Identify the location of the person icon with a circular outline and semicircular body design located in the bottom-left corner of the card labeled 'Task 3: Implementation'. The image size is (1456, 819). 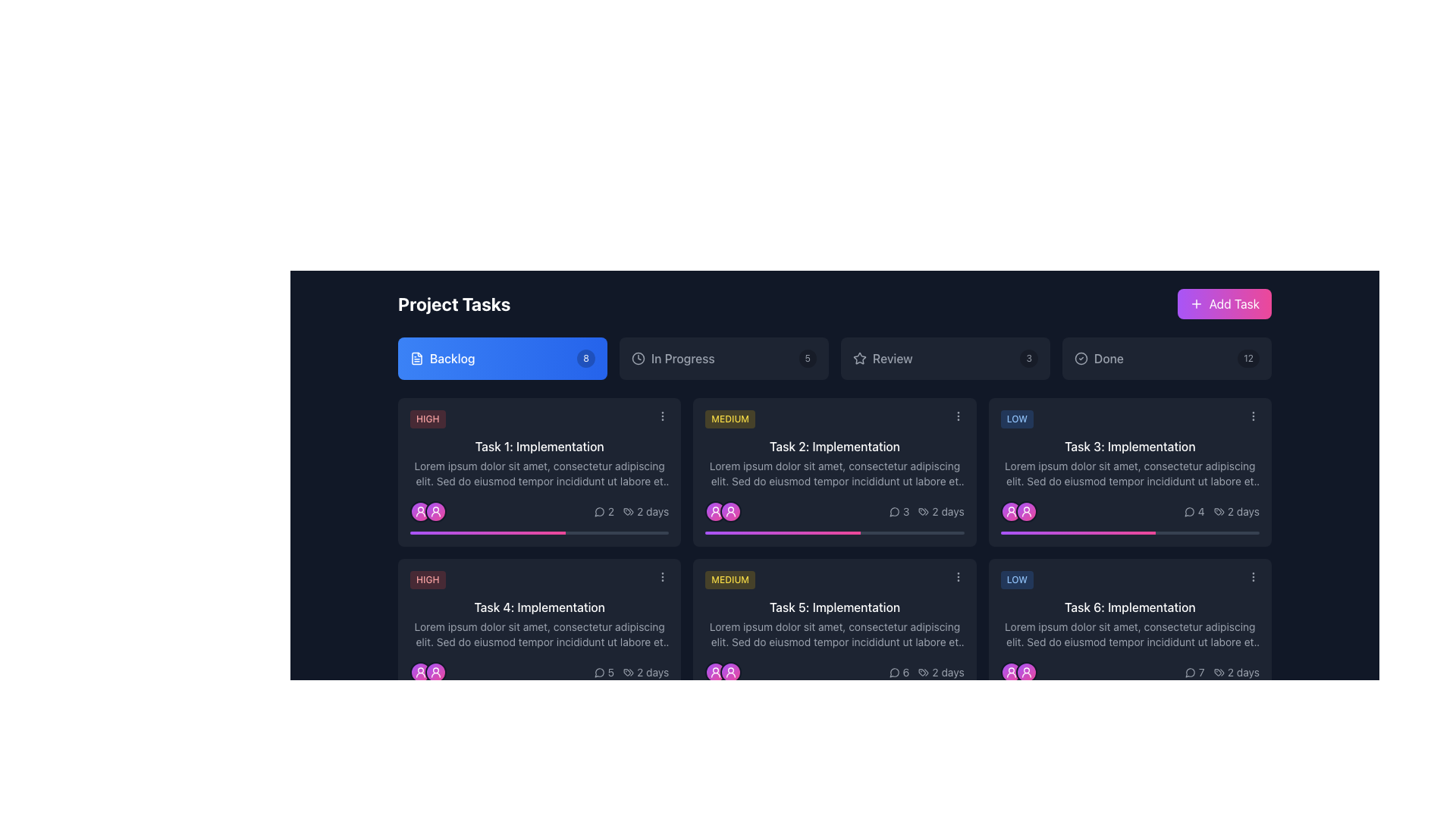
(1011, 672).